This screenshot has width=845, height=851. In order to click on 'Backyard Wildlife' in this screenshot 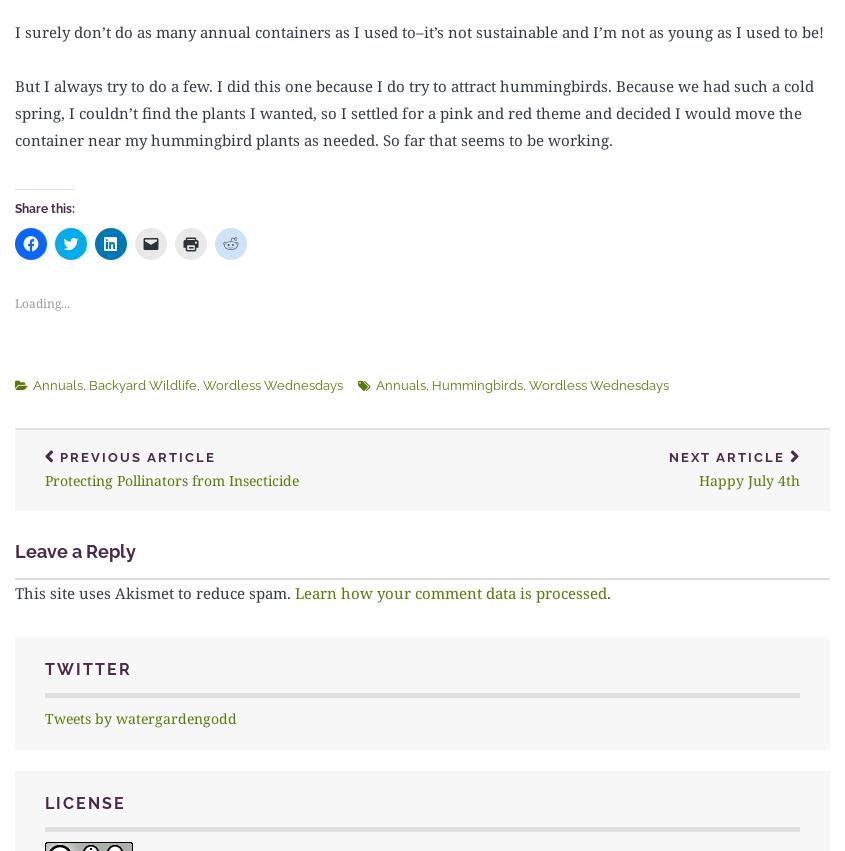, I will do `click(142, 385)`.